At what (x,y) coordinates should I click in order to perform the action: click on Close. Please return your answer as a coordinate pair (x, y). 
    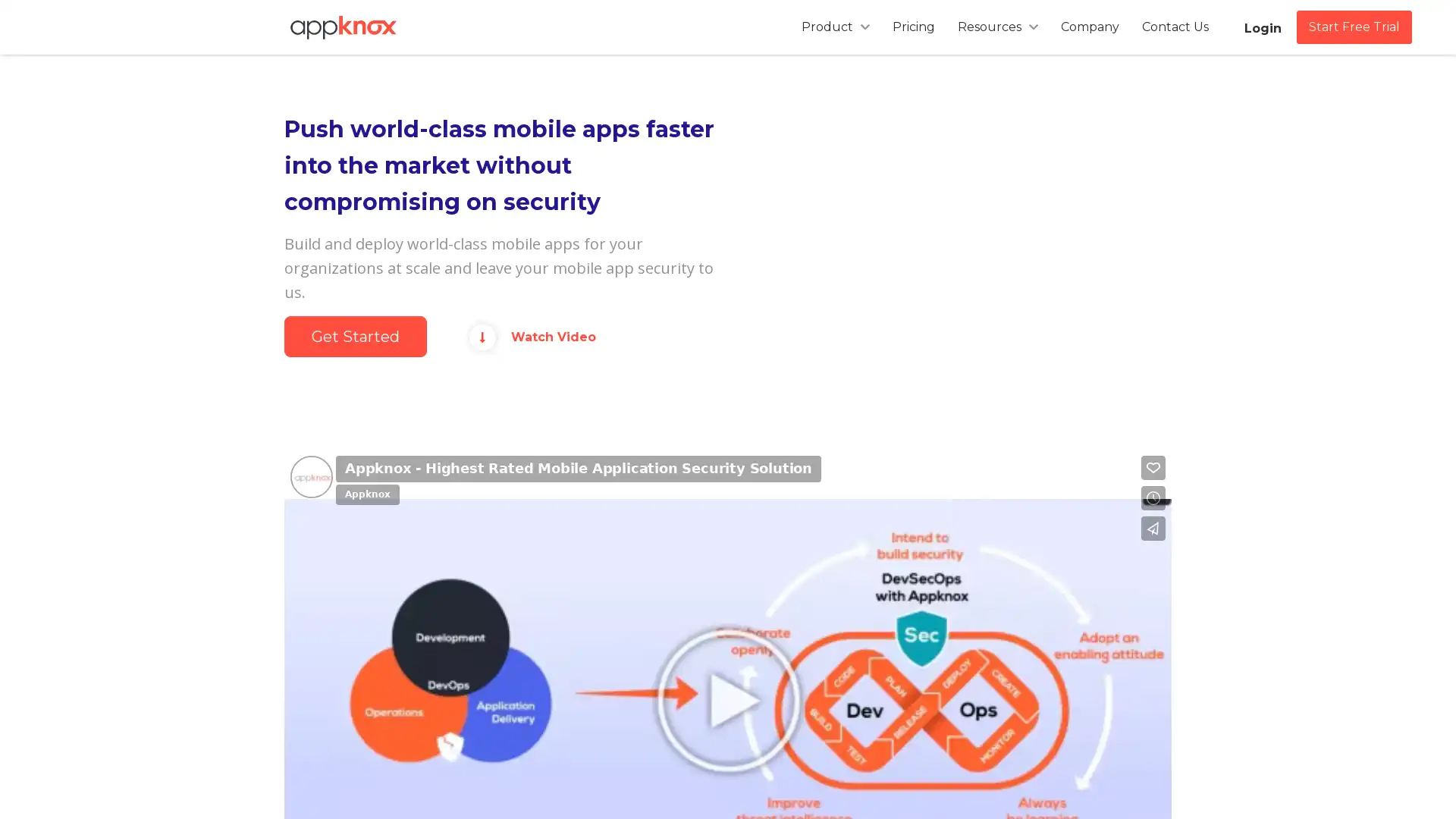
    Looking at the image, I should click on (924, 166).